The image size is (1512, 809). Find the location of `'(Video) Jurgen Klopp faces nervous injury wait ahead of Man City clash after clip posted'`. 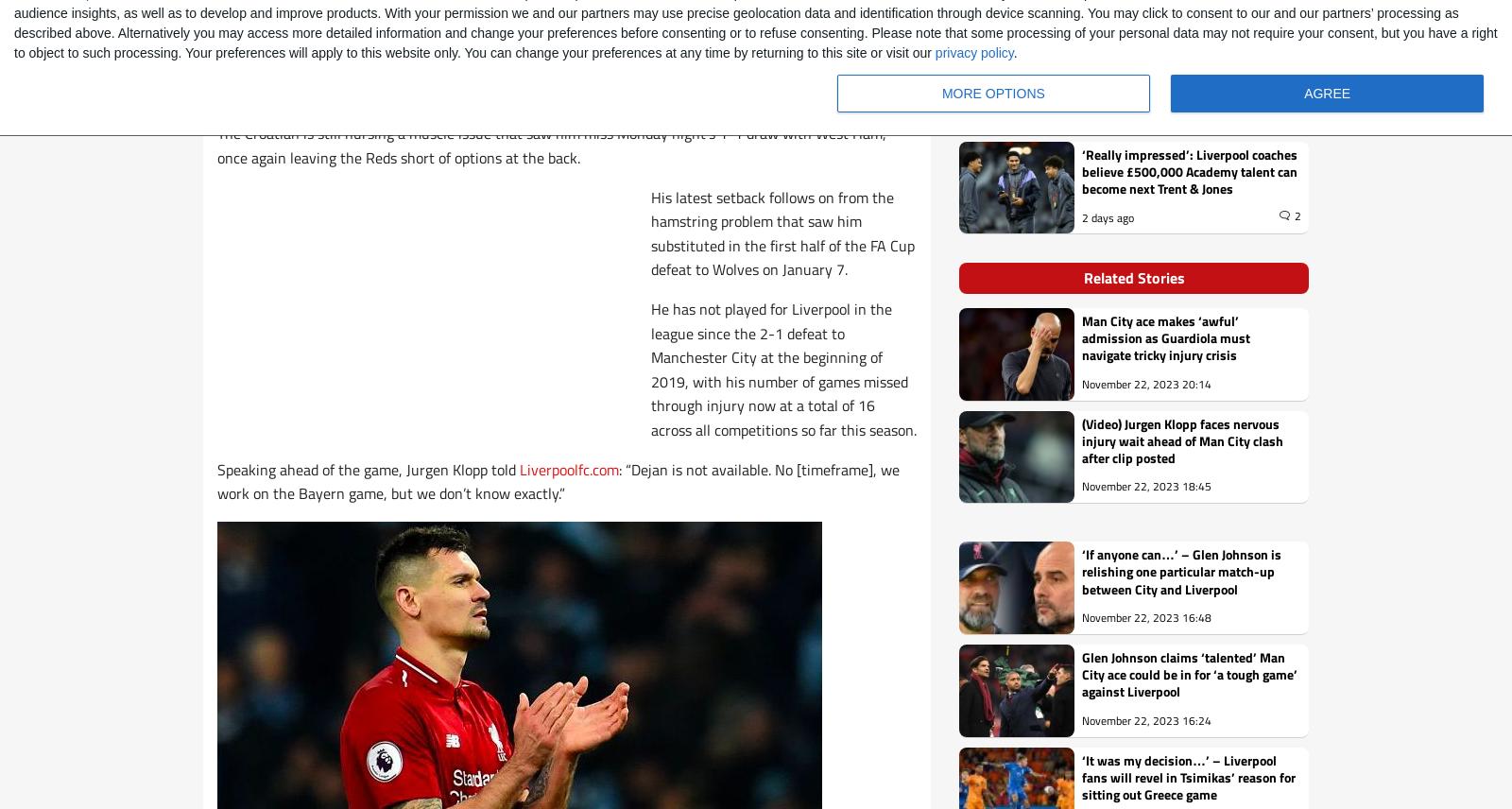

'(Video) Jurgen Klopp faces nervous injury wait ahead of Man City clash after clip posted' is located at coordinates (1181, 439).